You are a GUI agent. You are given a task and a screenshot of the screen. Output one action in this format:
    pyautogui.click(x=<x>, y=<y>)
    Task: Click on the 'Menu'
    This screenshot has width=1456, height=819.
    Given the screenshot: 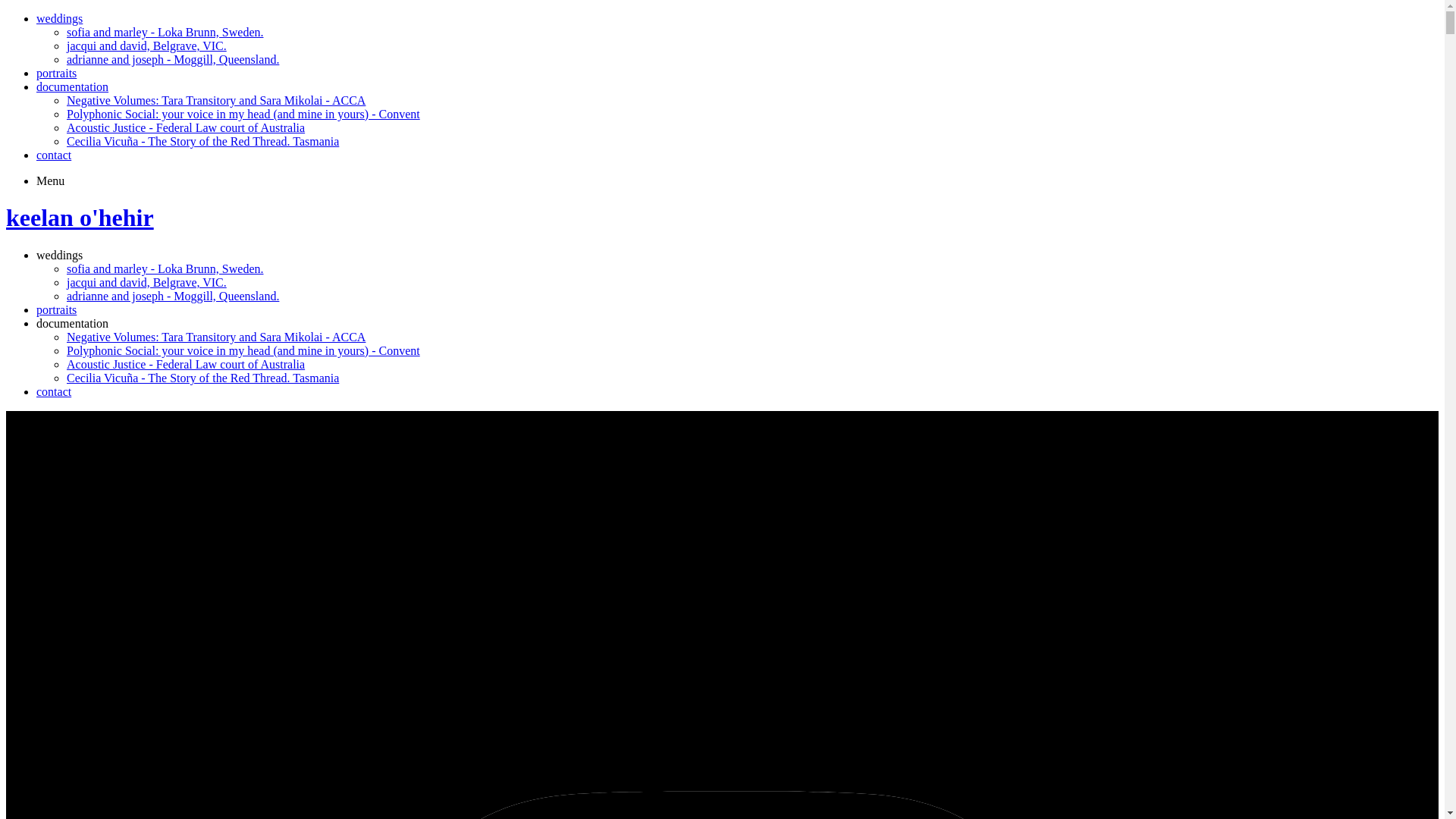 What is the action you would take?
    pyautogui.click(x=50, y=180)
    